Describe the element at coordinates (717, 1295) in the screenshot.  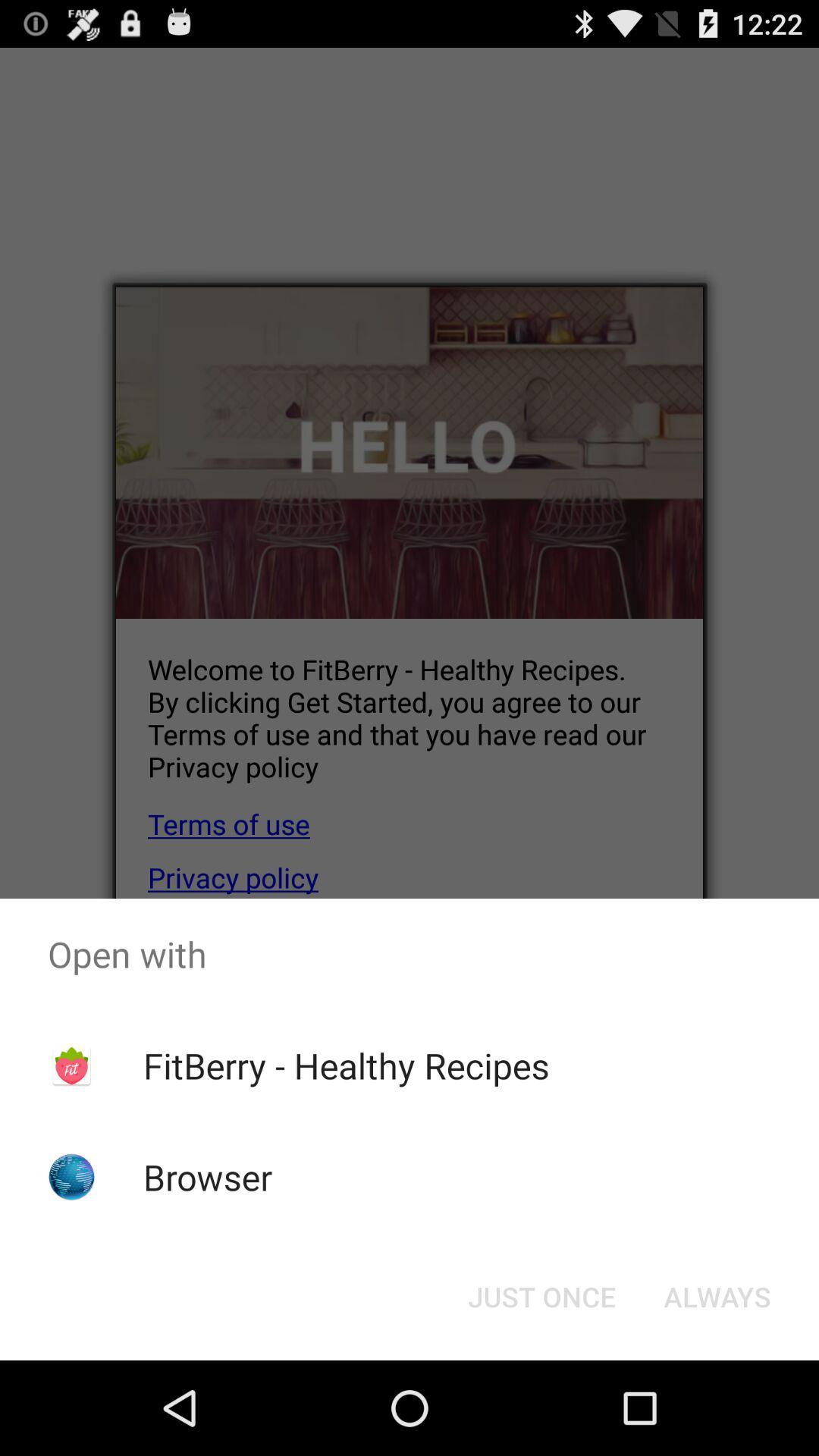
I see `button next to the just once` at that location.